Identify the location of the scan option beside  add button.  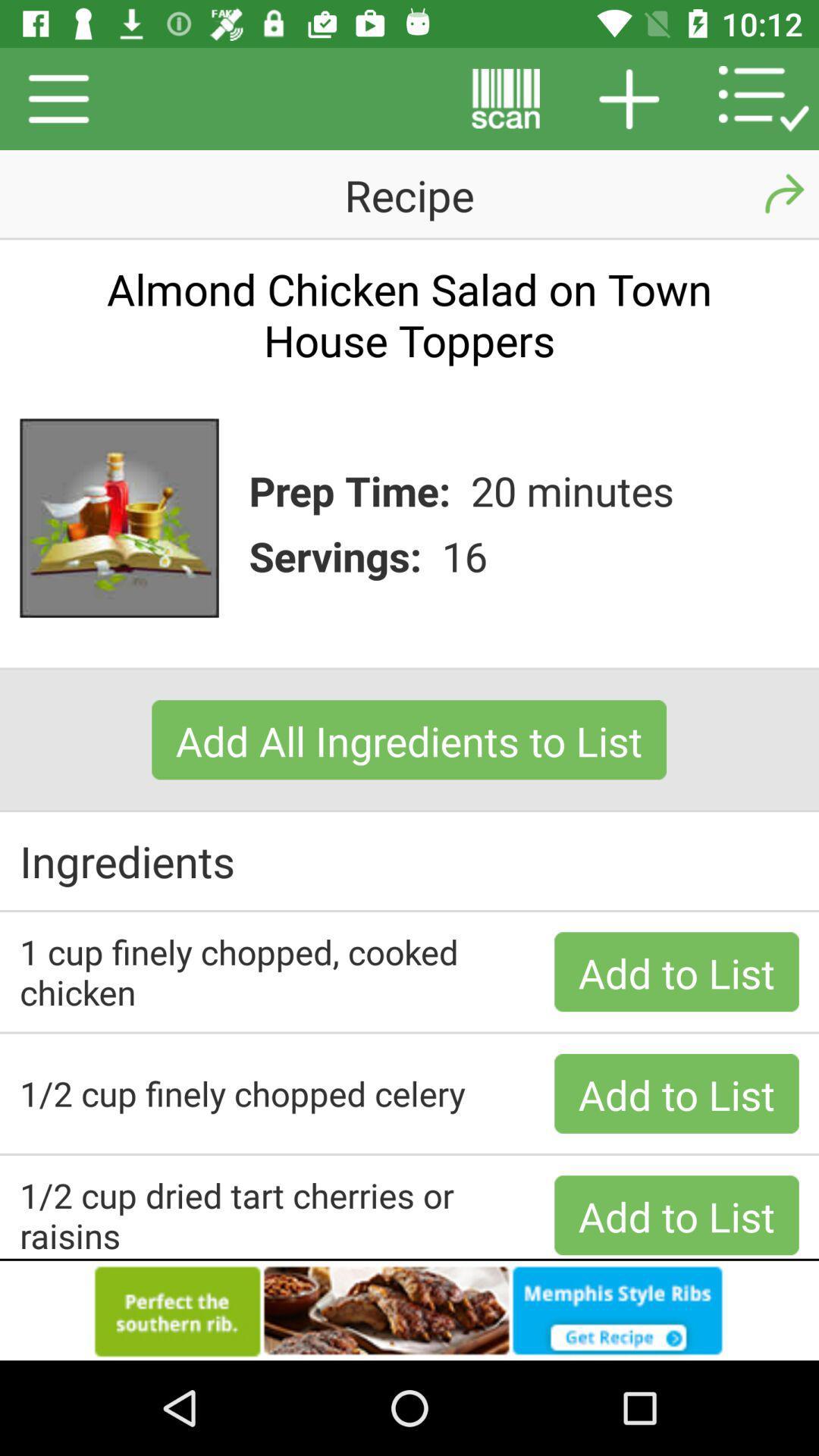
(506, 98).